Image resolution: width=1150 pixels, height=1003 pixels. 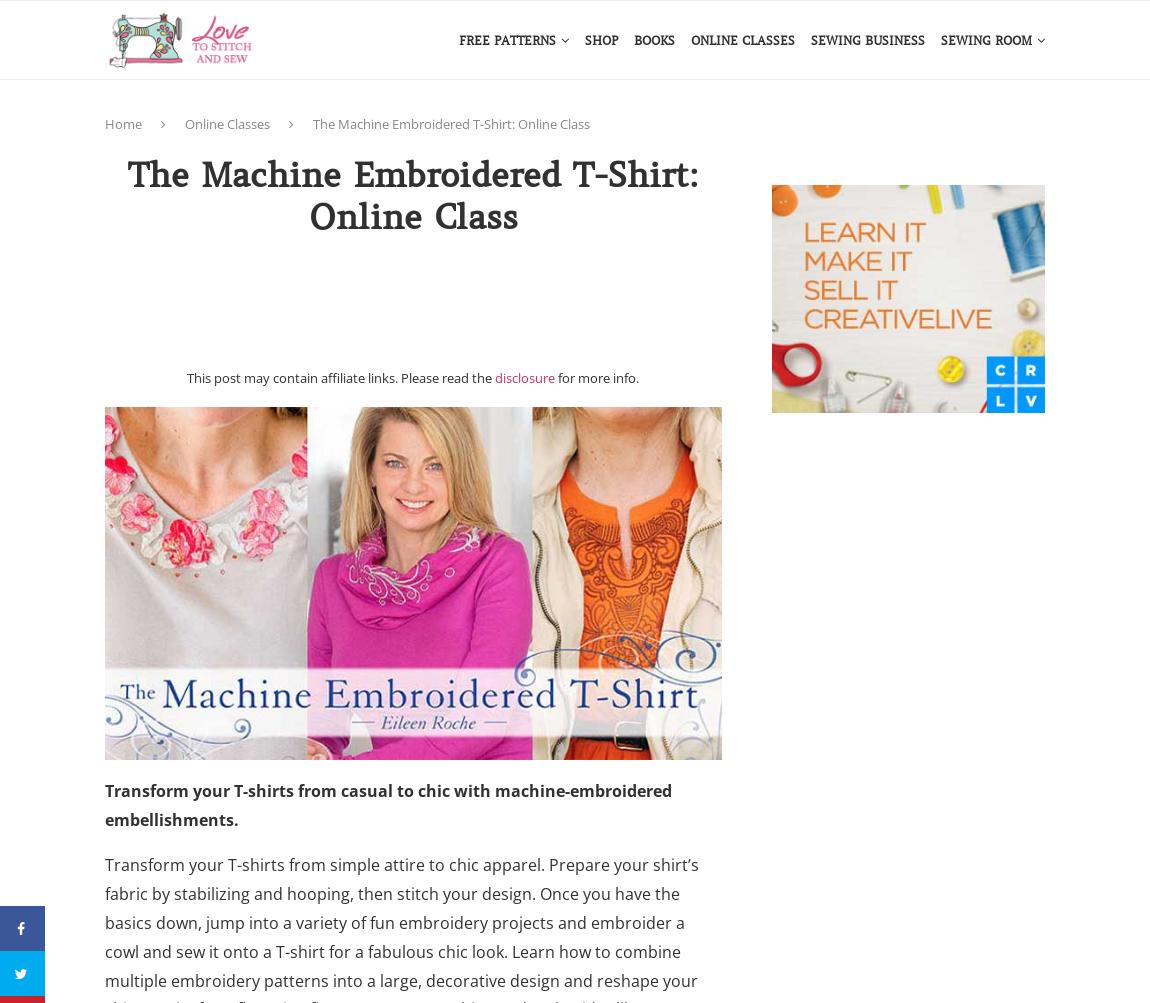 I want to click on 'Home', so click(x=122, y=122).